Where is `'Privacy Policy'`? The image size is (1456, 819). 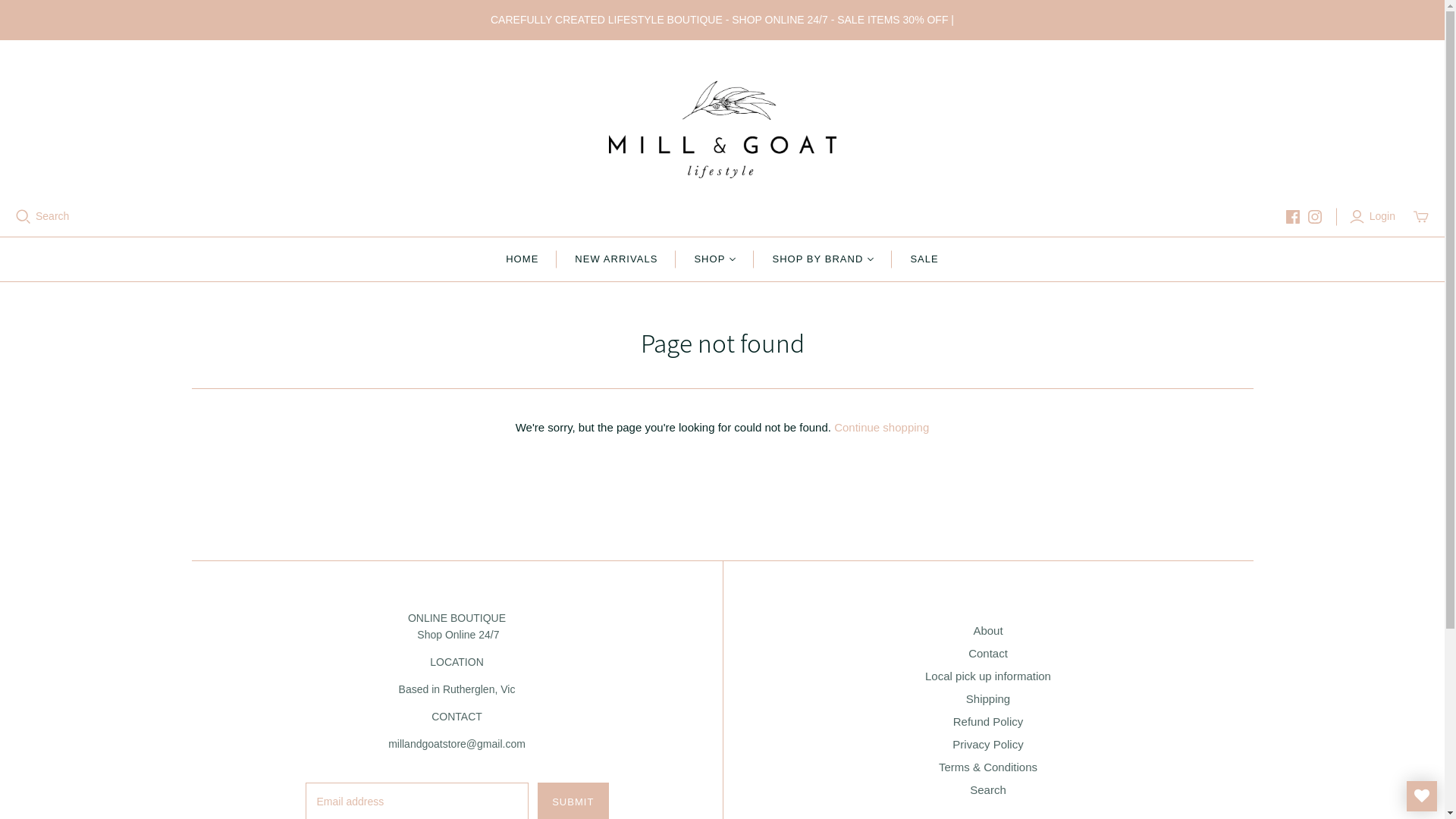 'Privacy Policy' is located at coordinates (952, 743).